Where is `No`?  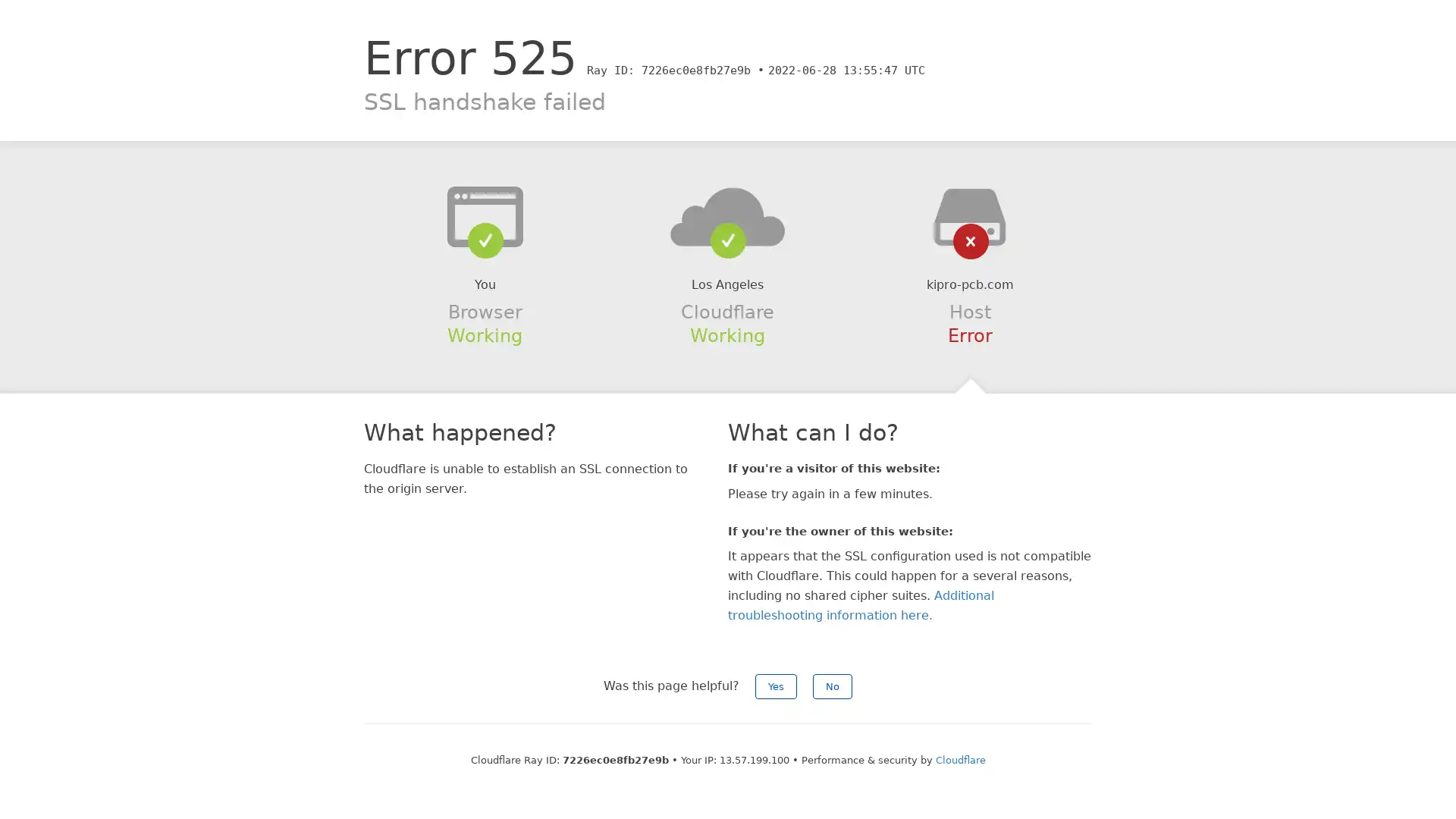
No is located at coordinates (832, 686).